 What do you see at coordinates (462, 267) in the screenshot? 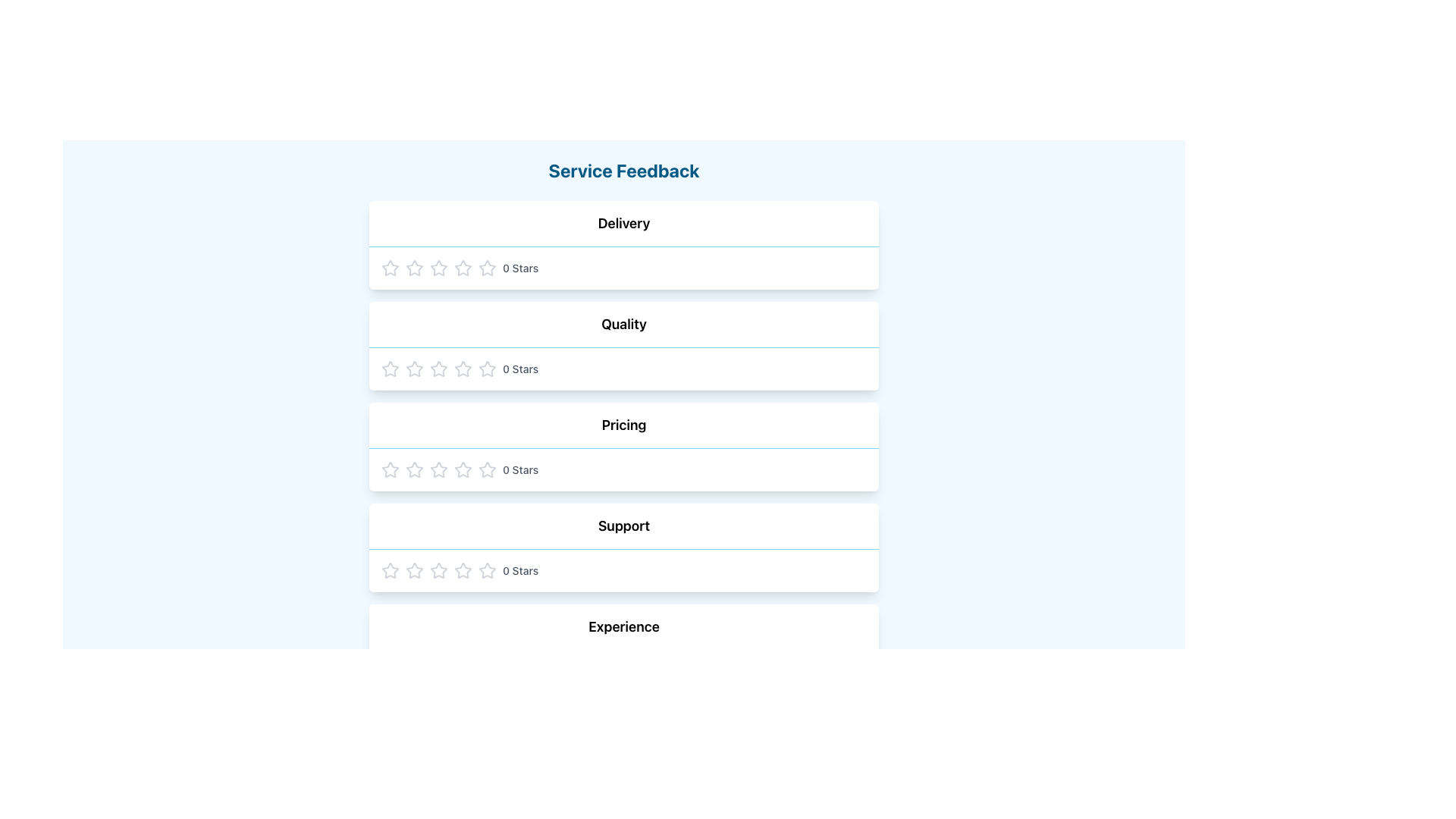
I see `the second star-shaped icon in the Delivery section` at bounding box center [462, 267].